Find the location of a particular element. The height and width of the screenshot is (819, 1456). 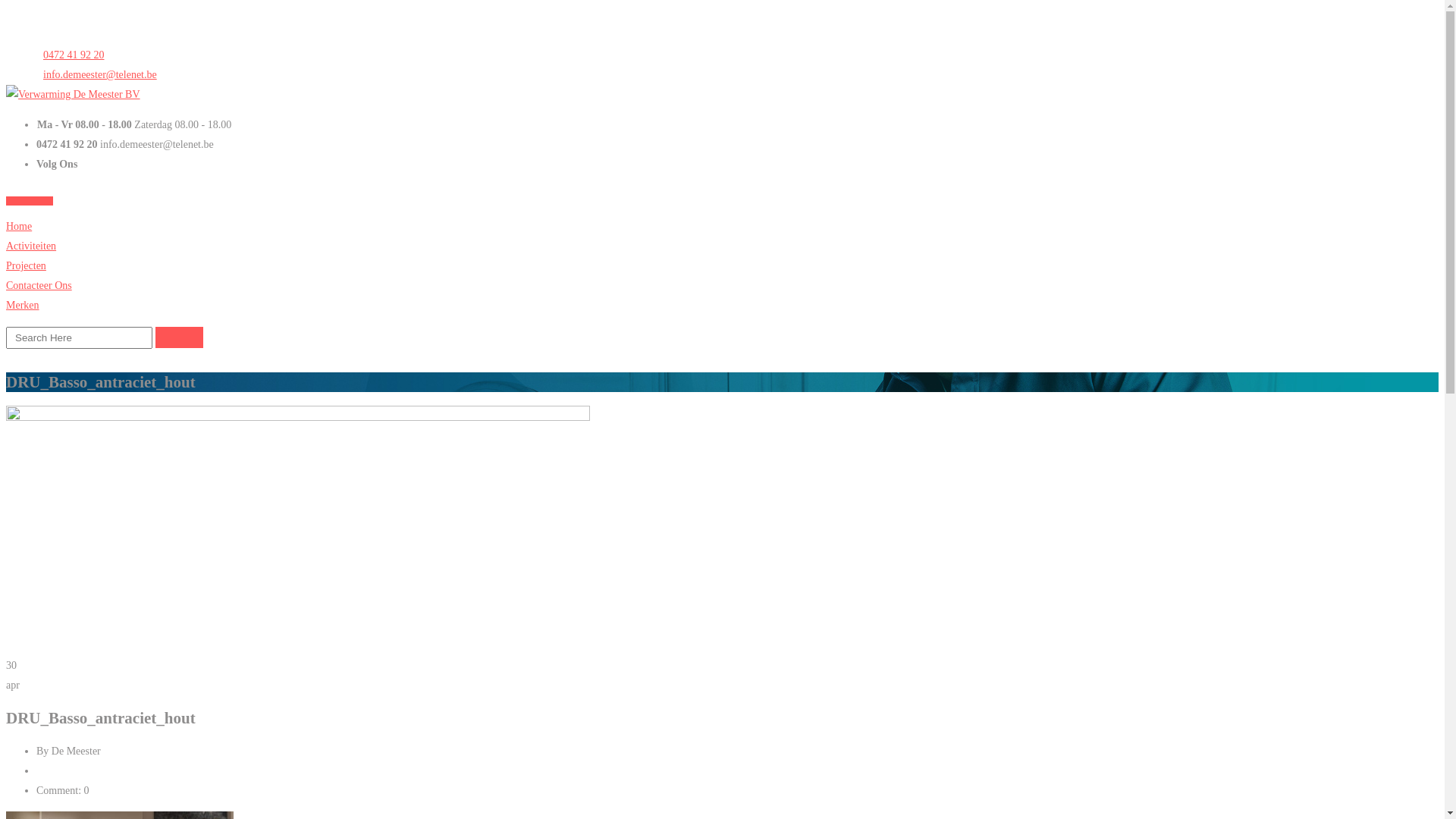

'Search for:' is located at coordinates (78, 337).